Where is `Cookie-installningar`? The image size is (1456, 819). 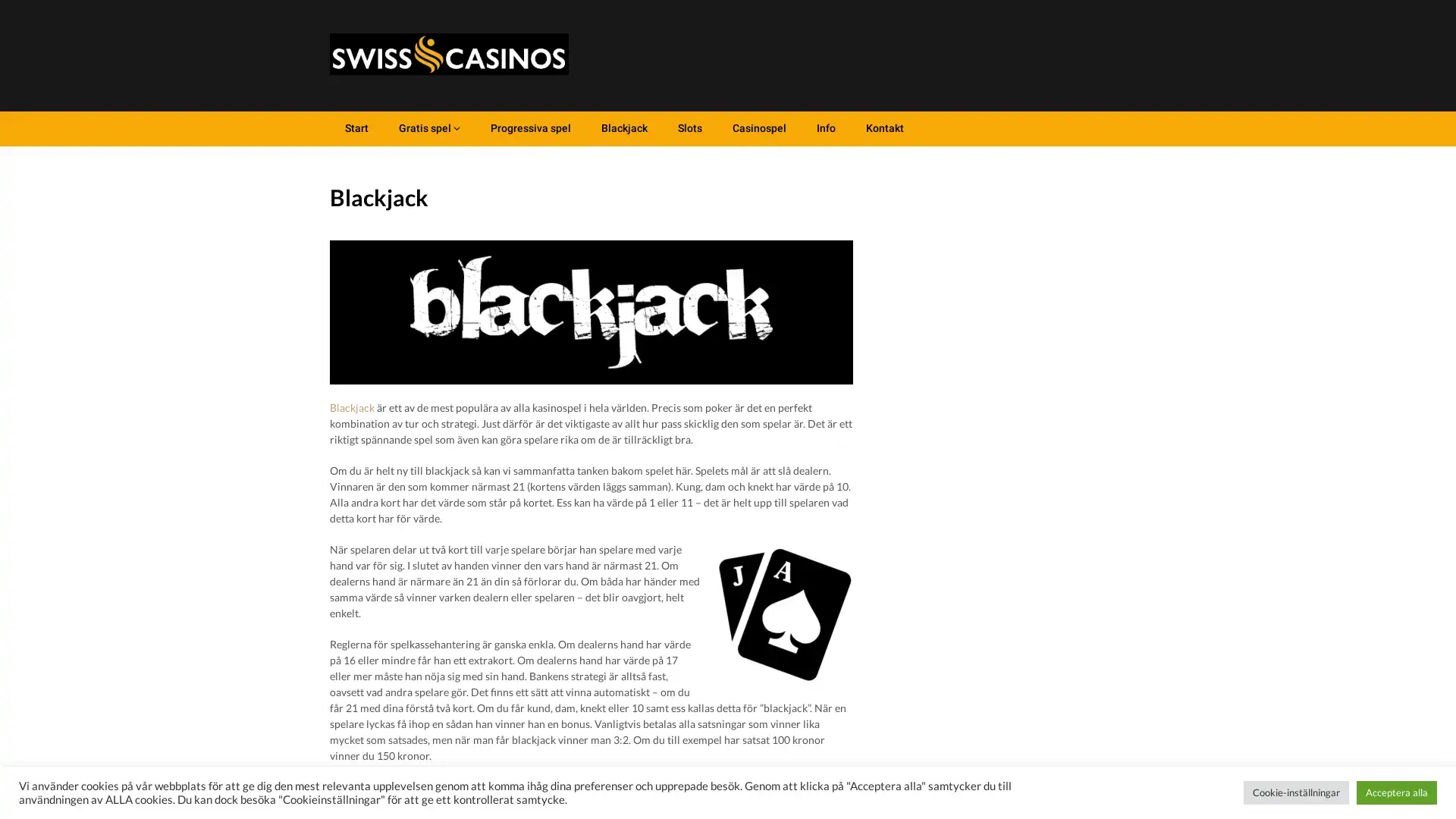
Cookie-installningar is located at coordinates (1295, 792).